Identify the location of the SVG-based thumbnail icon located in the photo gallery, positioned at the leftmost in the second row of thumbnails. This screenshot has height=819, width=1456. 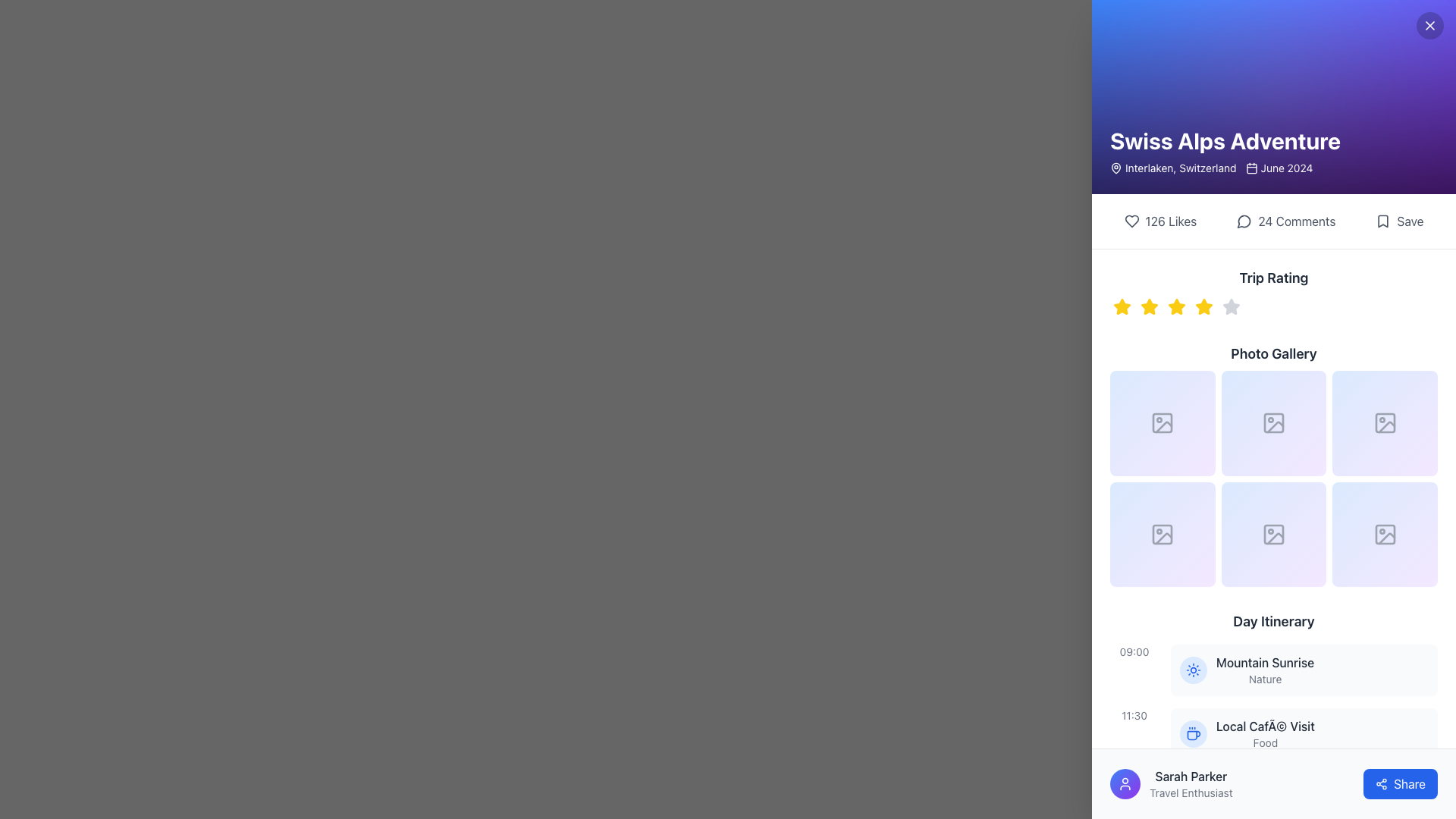
(1163, 538).